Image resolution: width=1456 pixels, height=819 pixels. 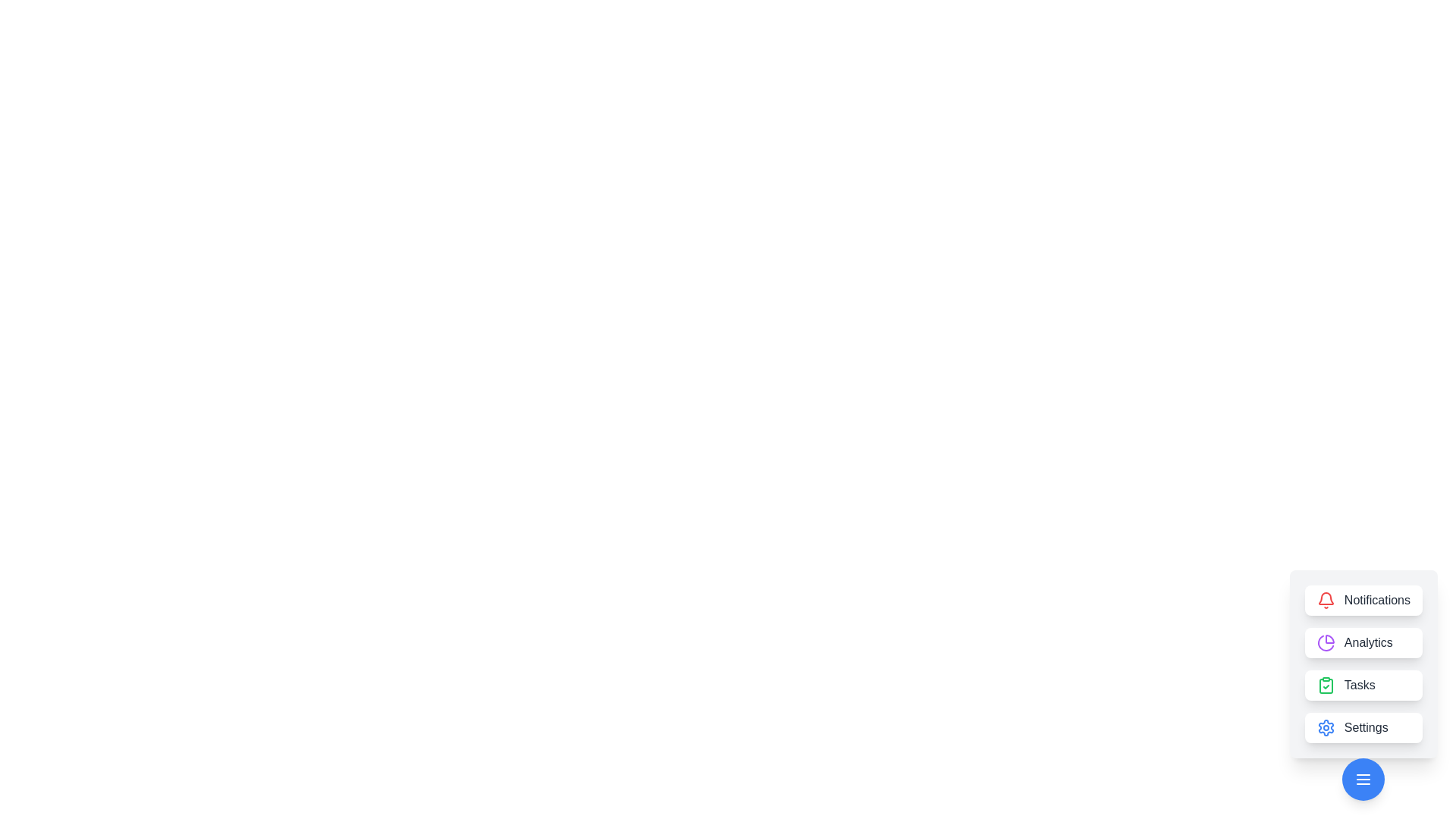 I want to click on blue button to toggle the visibility of the speed dial menu, so click(x=1363, y=780).